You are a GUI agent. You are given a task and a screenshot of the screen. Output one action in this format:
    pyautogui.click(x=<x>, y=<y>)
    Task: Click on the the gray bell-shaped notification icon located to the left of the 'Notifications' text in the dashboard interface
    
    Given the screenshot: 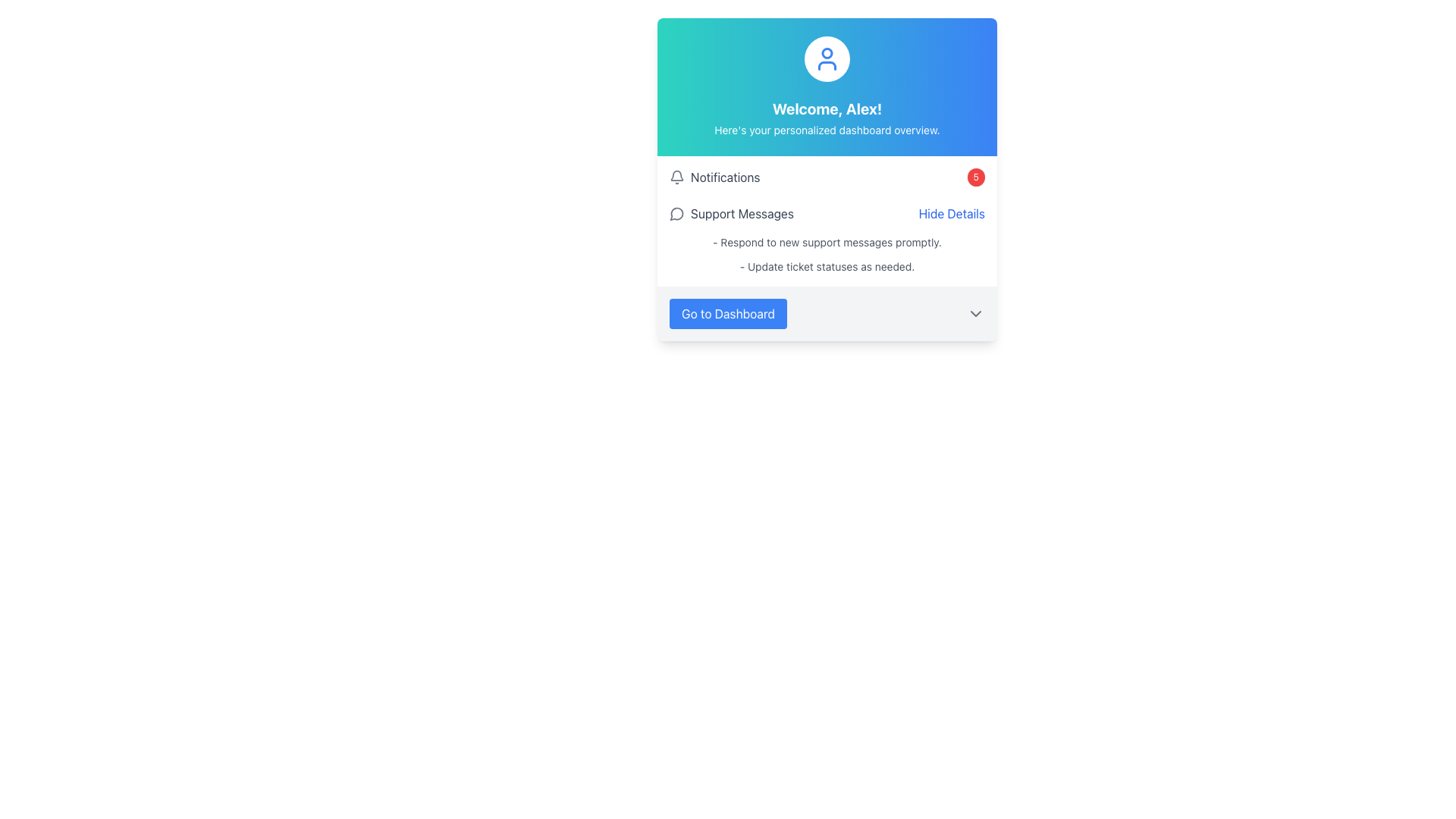 What is the action you would take?
    pyautogui.click(x=676, y=177)
    